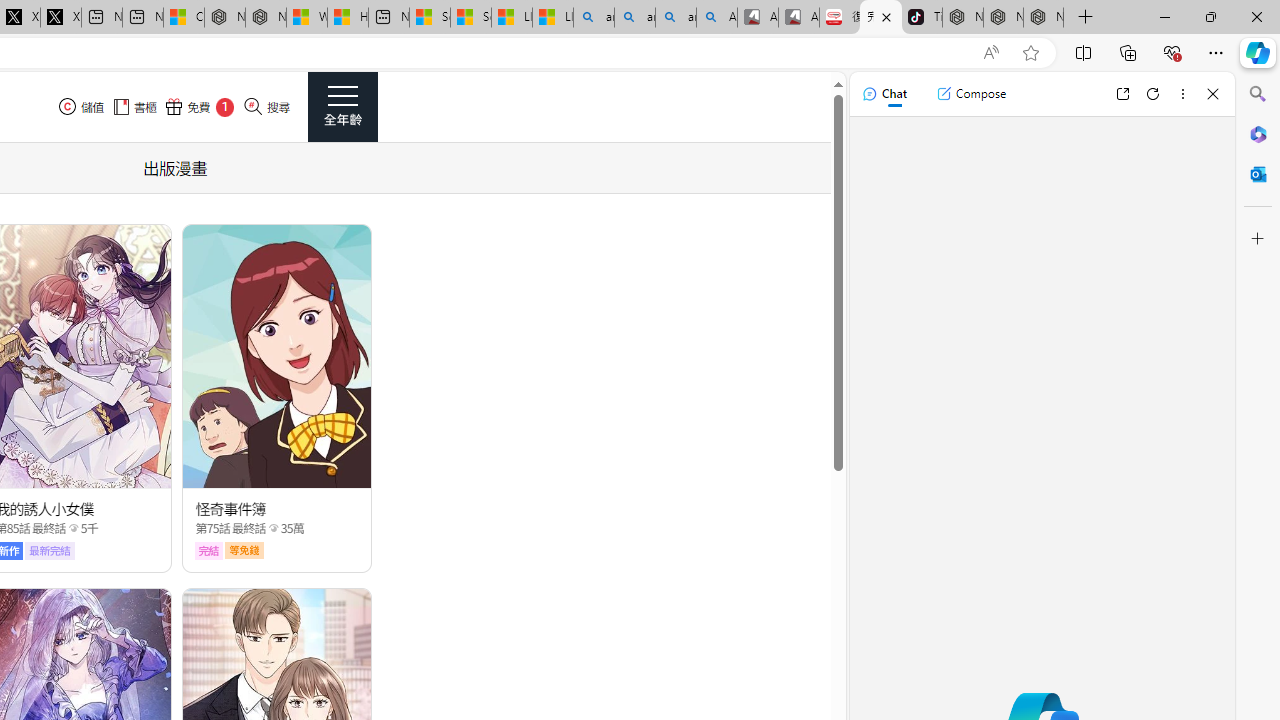 The height and width of the screenshot is (720, 1280). Describe the element at coordinates (883, 93) in the screenshot. I see `'Chat'` at that location.